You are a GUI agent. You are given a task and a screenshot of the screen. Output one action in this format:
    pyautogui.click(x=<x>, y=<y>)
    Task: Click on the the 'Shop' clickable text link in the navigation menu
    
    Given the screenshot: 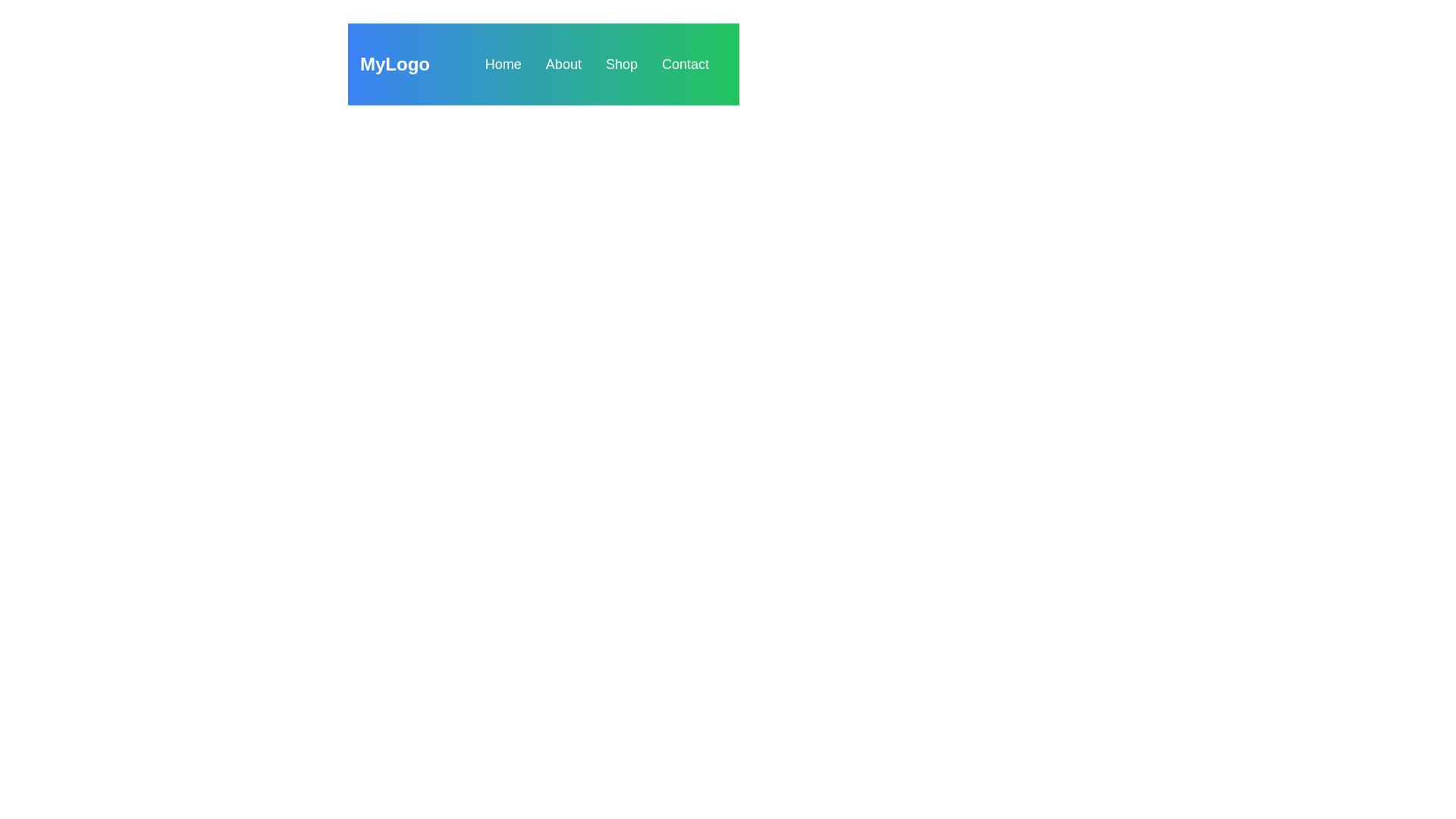 What is the action you would take?
    pyautogui.click(x=621, y=63)
    